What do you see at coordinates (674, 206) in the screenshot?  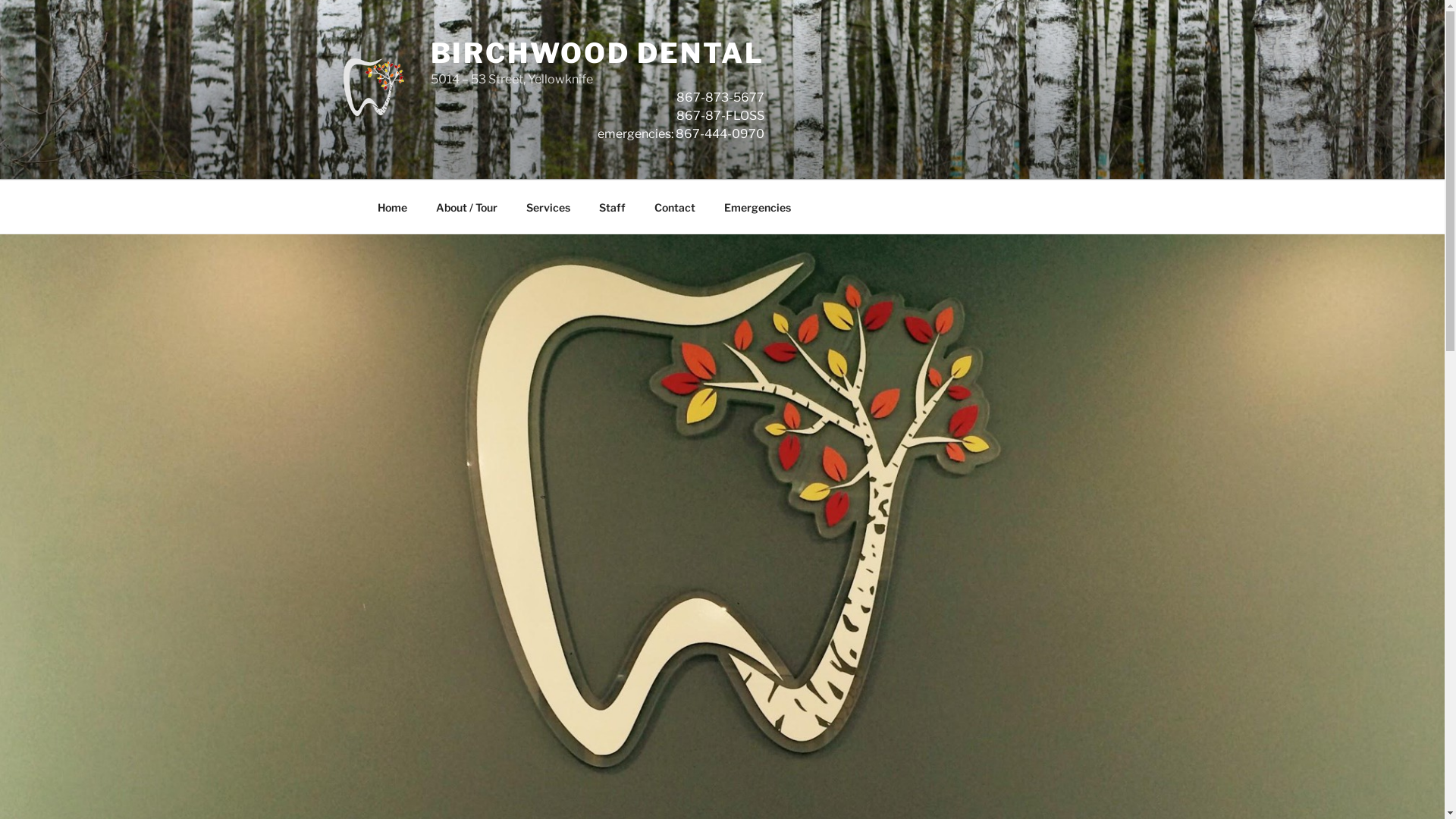 I see `'Contact'` at bounding box center [674, 206].